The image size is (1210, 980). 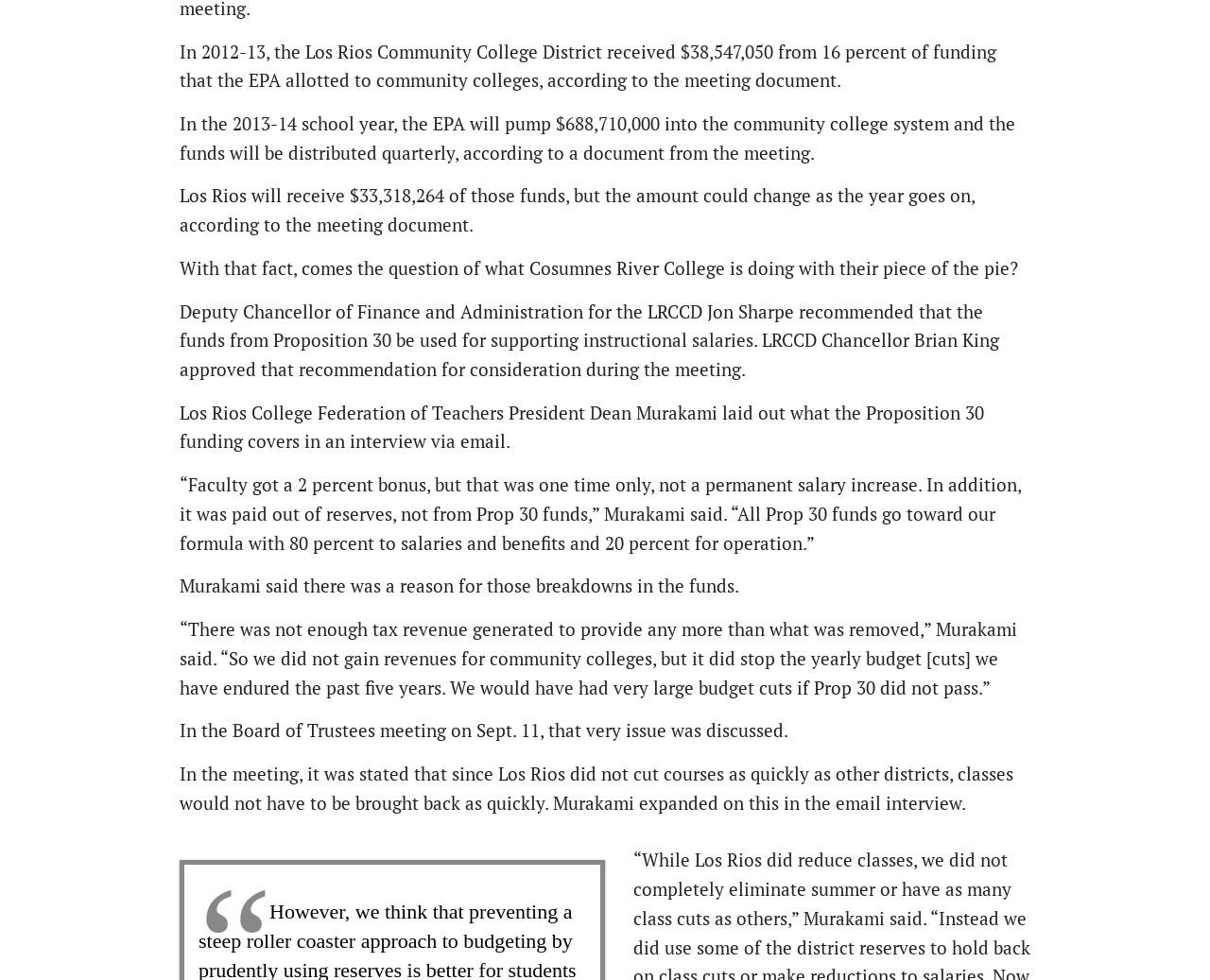 What do you see at coordinates (580, 424) in the screenshot?
I see `'Los Rios College Federation of Teachers President Dean Murakami laid out what the Proposition 30 funding covers in an interview via email.'` at bounding box center [580, 424].